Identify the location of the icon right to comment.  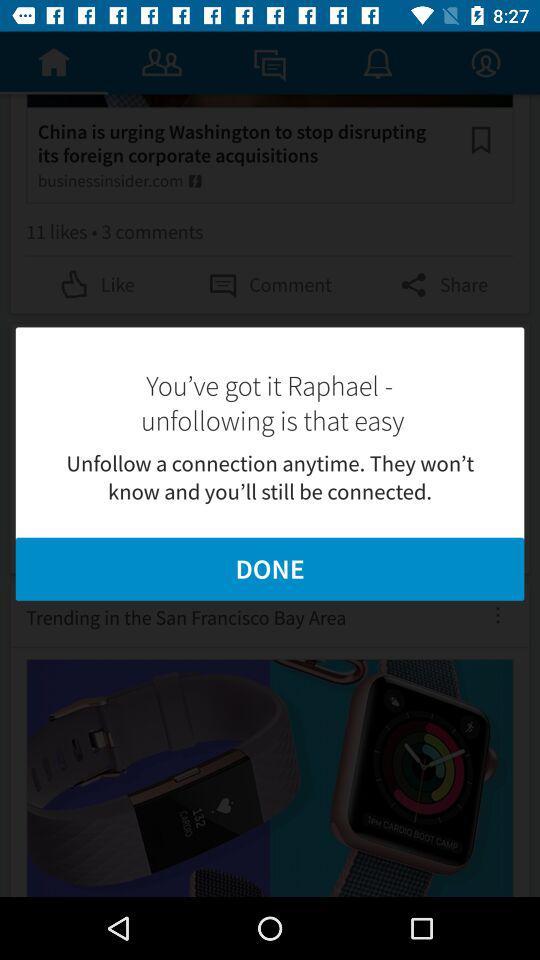
(443, 284).